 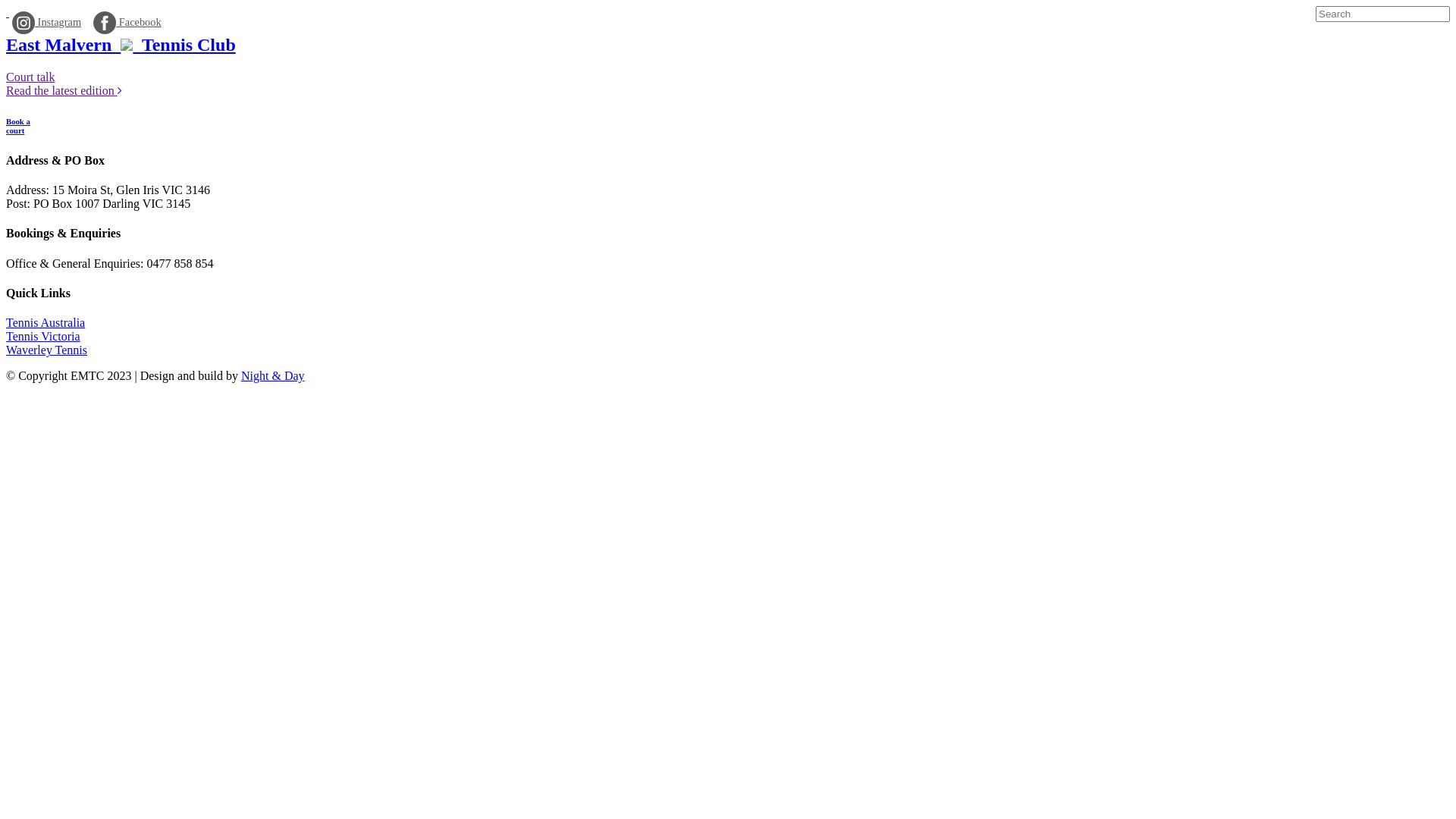 I want to click on 'Tennis Victoria', so click(x=6, y=335).